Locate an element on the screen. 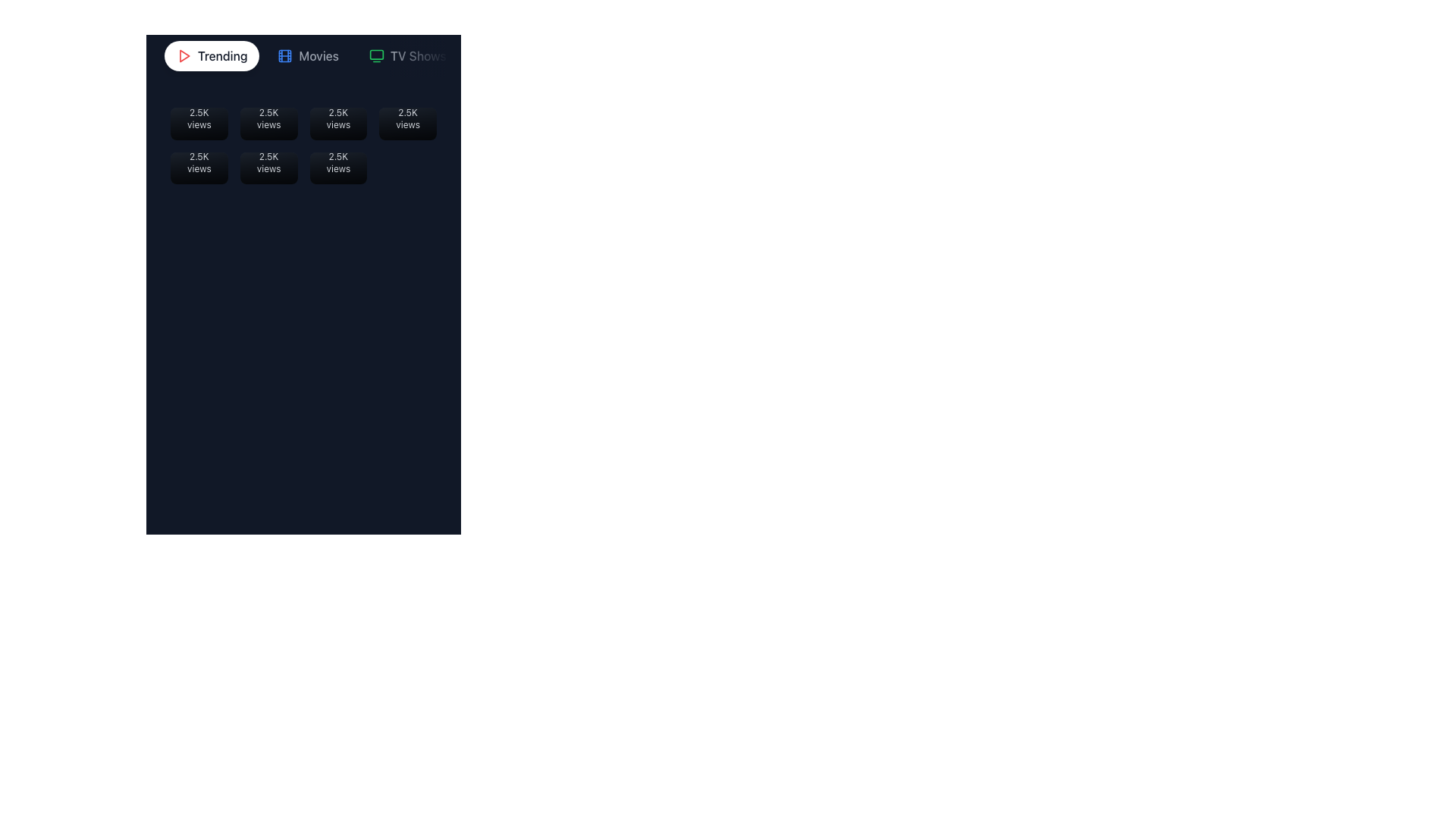 This screenshot has height=819, width=1456. the Text Label displaying '2.5K views' that is styled in a contrasting color against a dark rectangular background, located in the second row, first column of the grid layout is located at coordinates (198, 168).